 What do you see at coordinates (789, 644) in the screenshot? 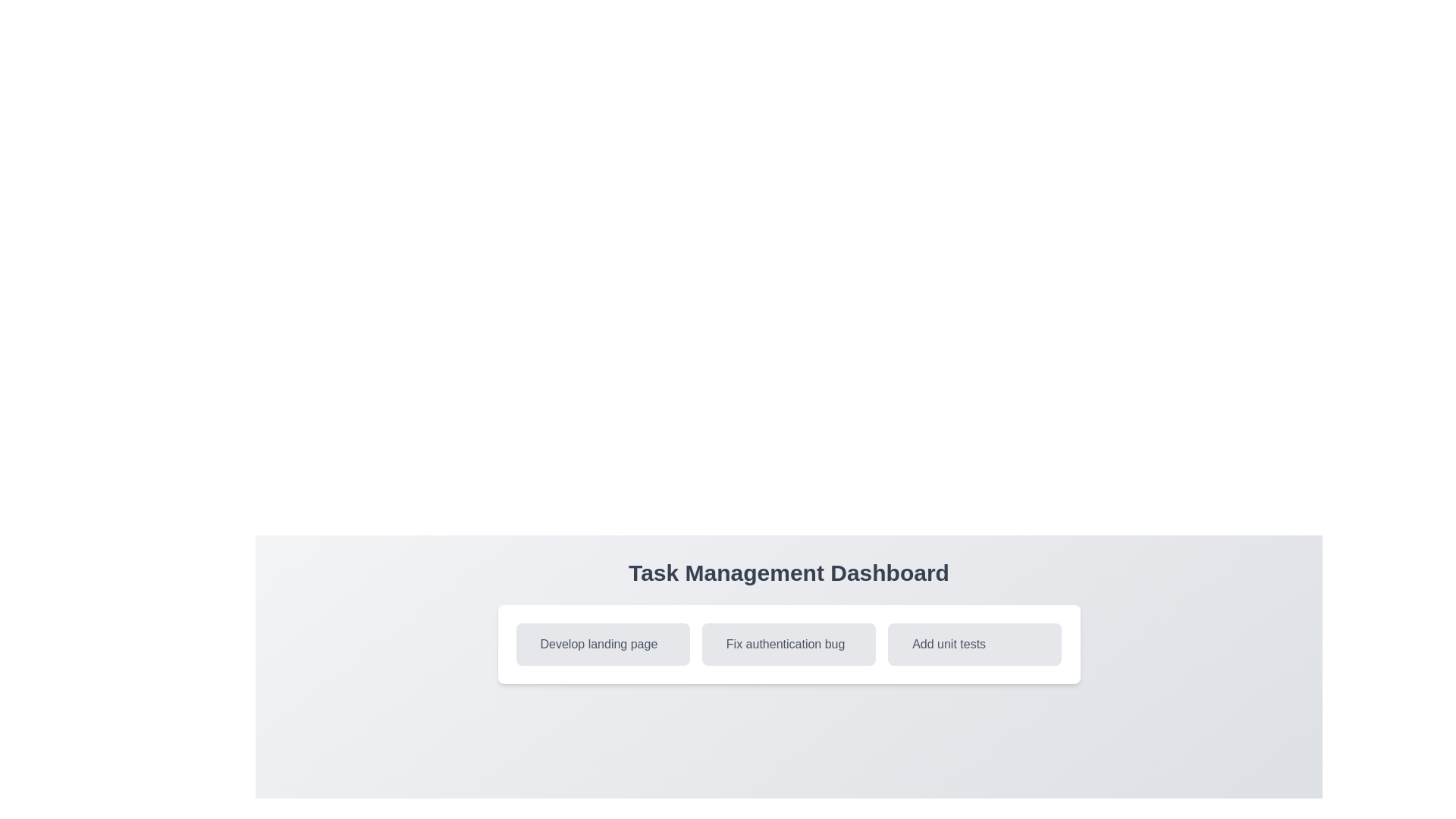
I see `the middle grid cell containing the text 'Fix authentication bug'` at bounding box center [789, 644].